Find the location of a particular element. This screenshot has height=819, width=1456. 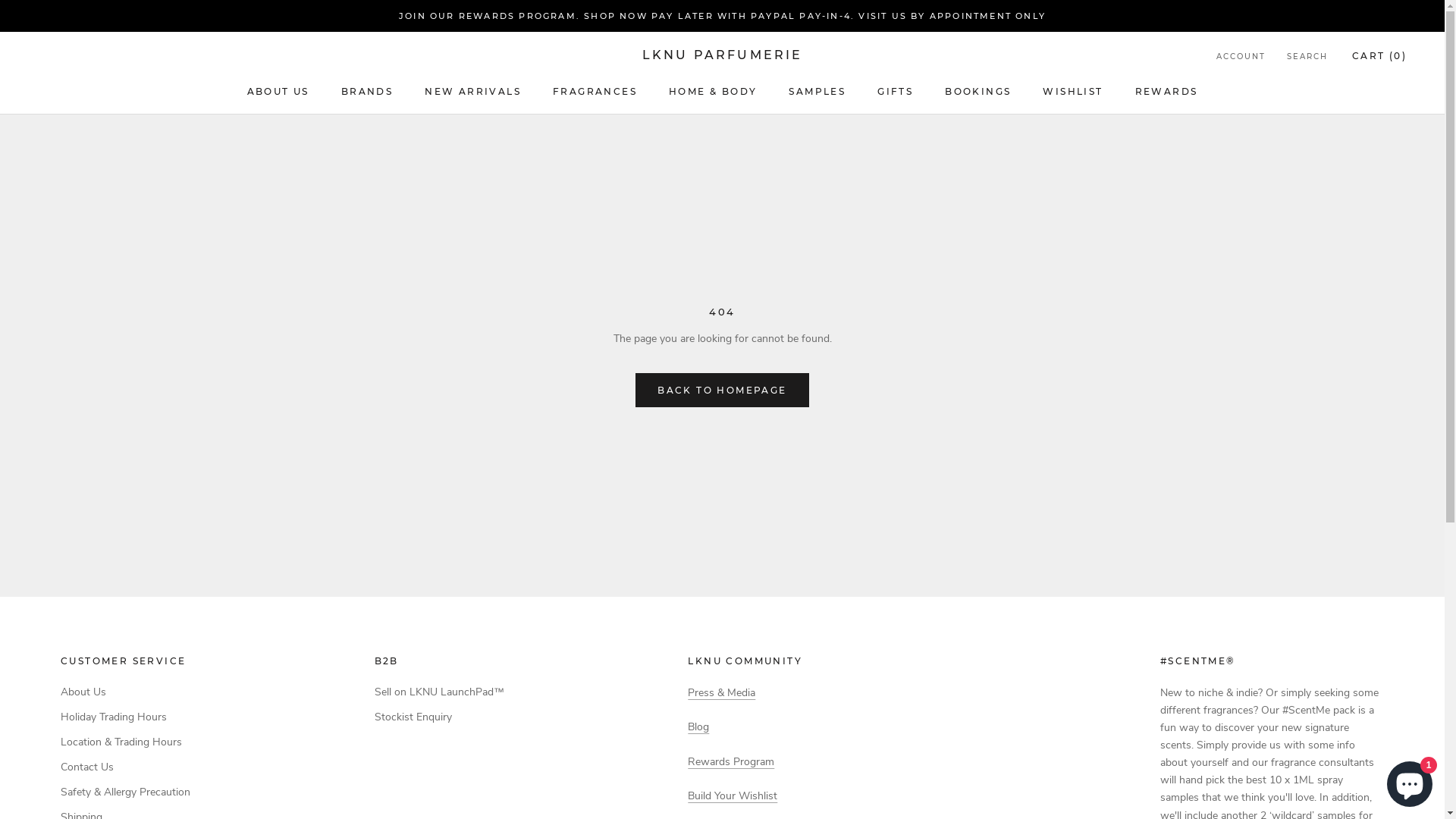

'NEW ARRIVALS is located at coordinates (472, 91).